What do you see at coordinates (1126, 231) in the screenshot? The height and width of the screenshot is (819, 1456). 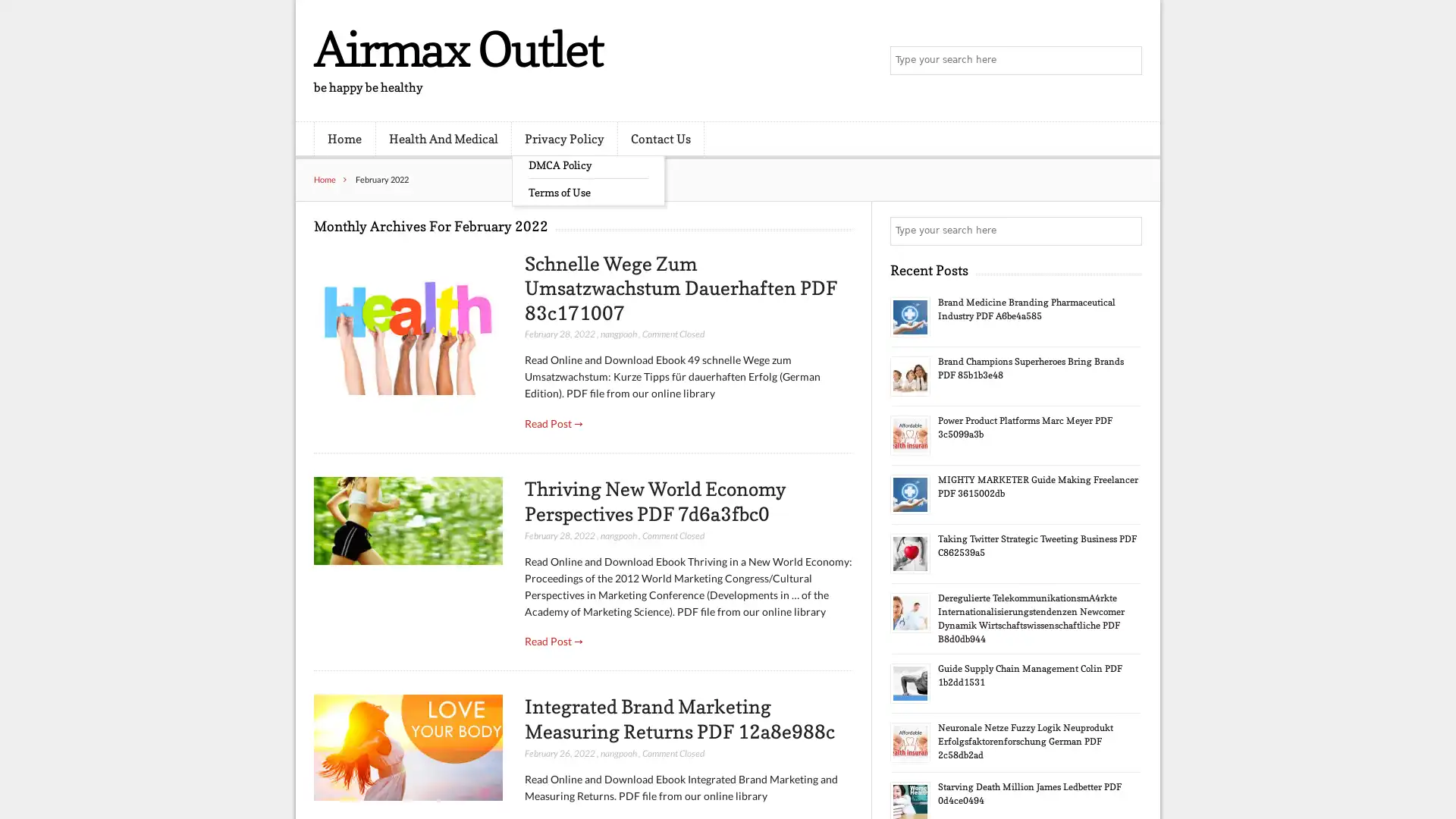 I see `Search` at bounding box center [1126, 231].